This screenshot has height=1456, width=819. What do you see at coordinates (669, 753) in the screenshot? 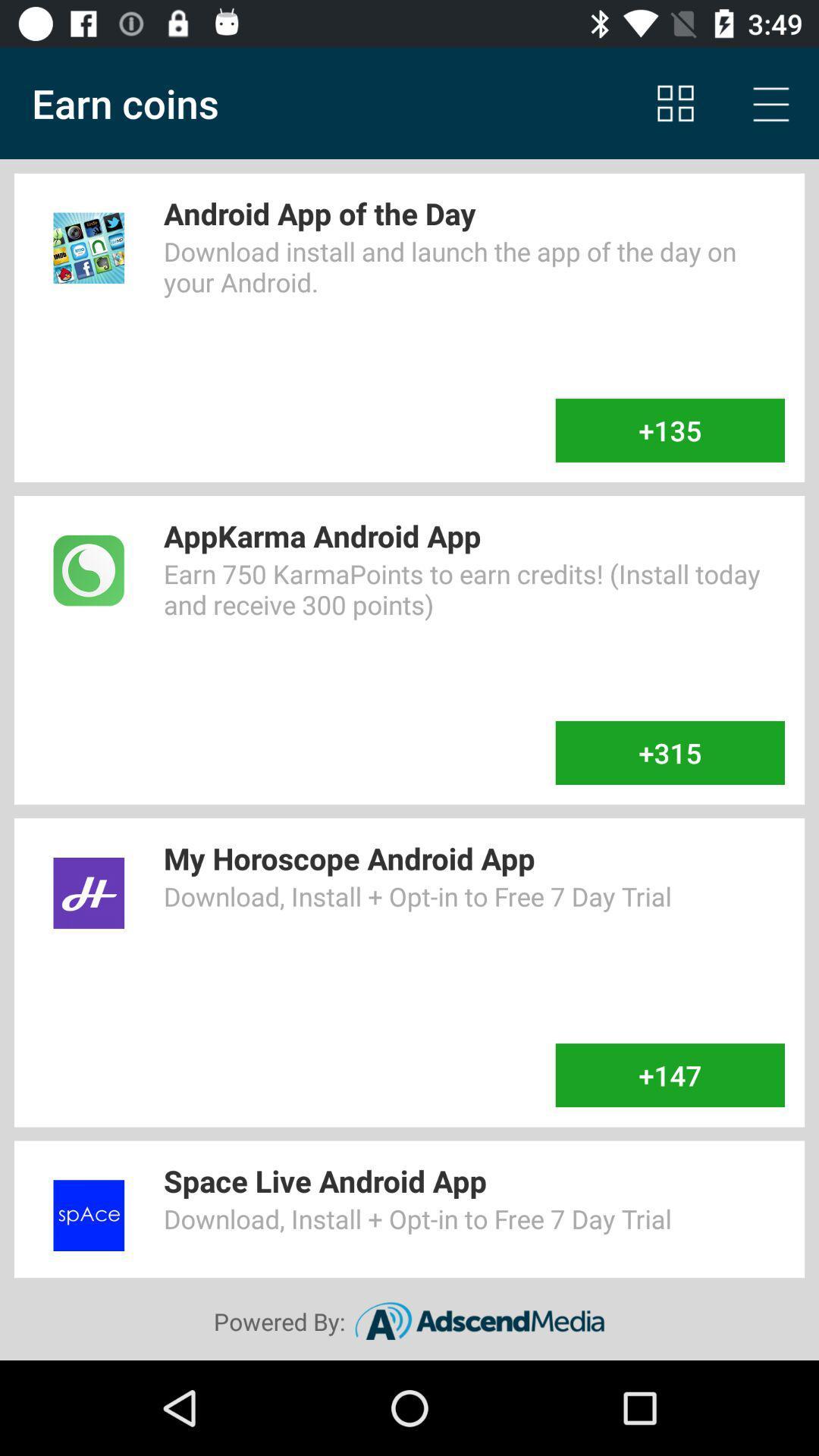
I see `item below the earn 750 karmapoints` at bounding box center [669, 753].